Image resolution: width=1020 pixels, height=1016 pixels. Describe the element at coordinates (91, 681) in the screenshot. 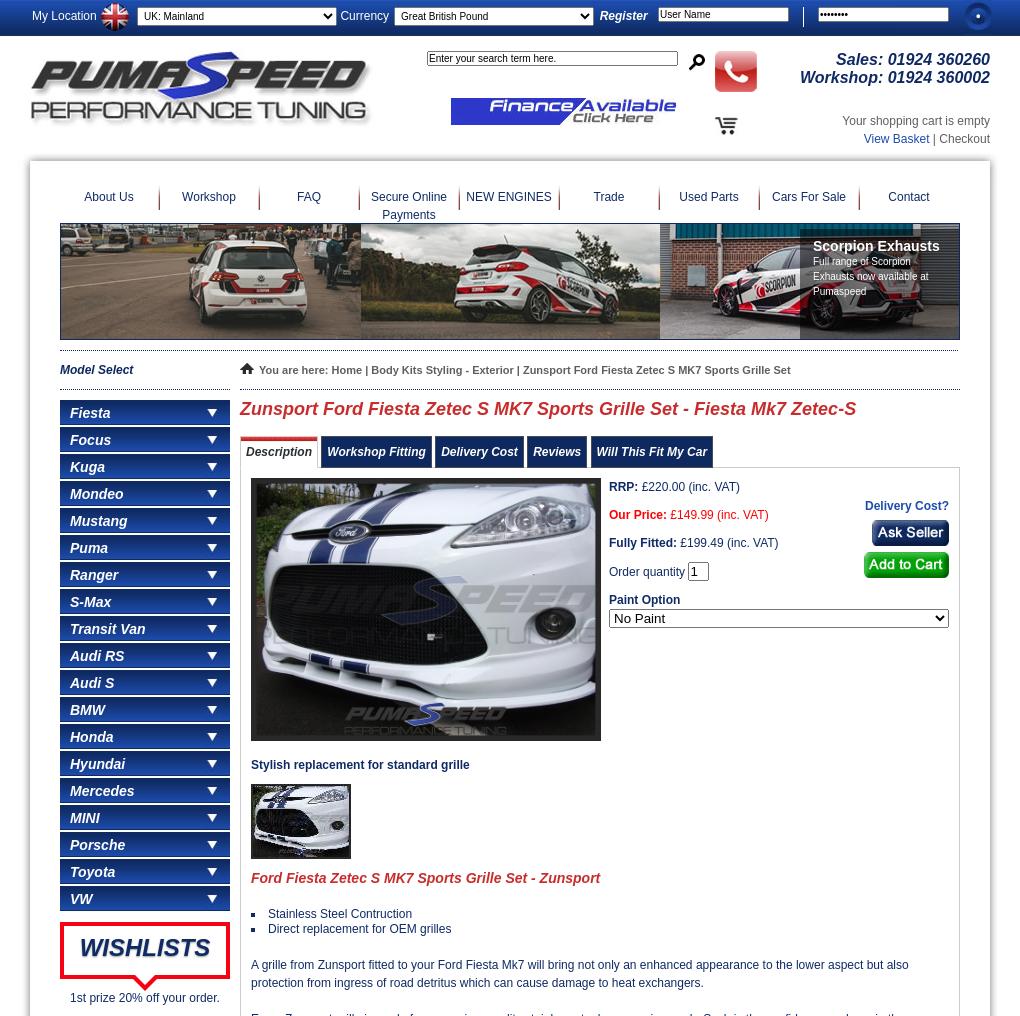

I see `'Audi S'` at that location.